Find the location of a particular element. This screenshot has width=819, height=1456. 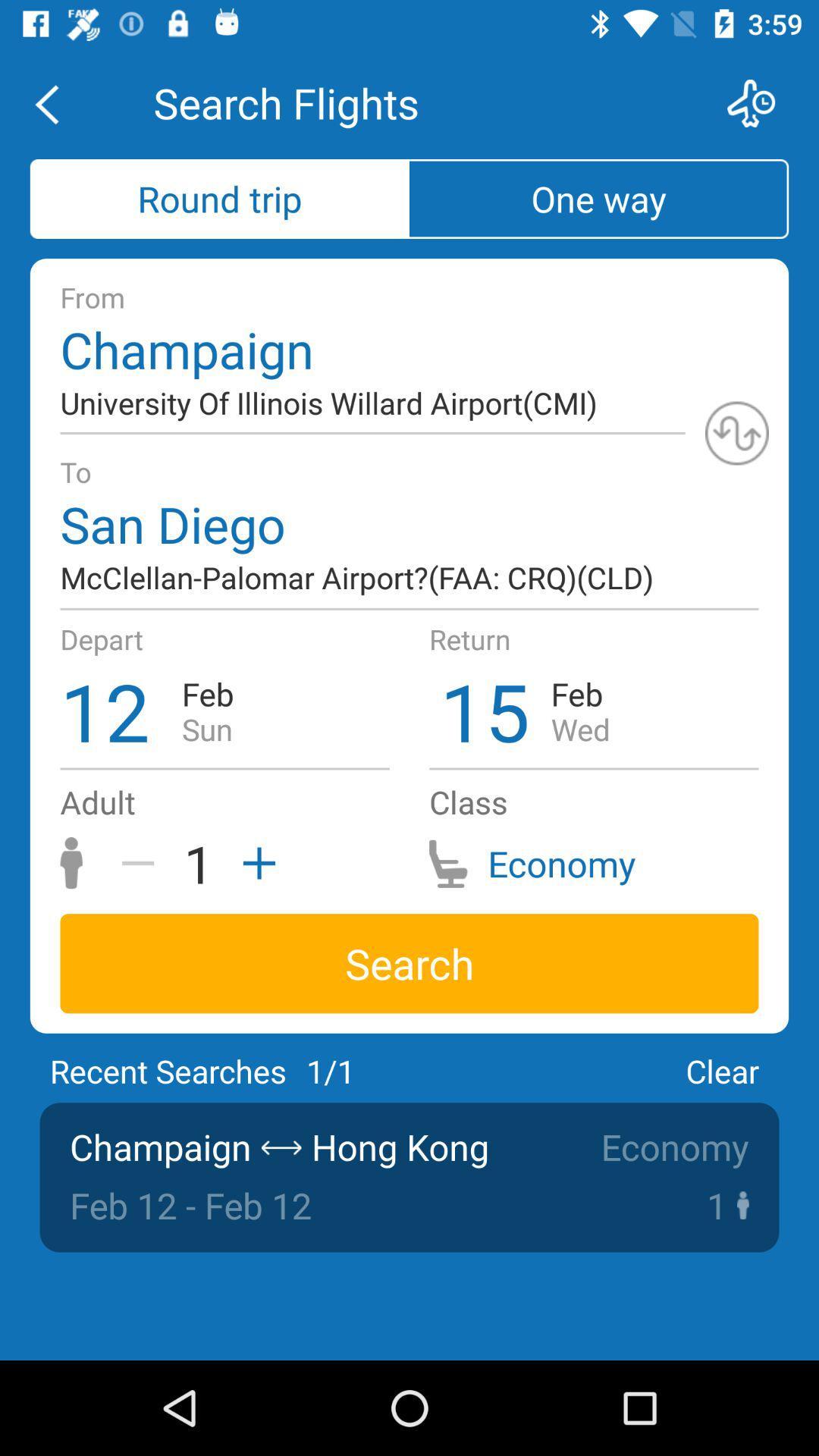

an adult is located at coordinates (253, 863).